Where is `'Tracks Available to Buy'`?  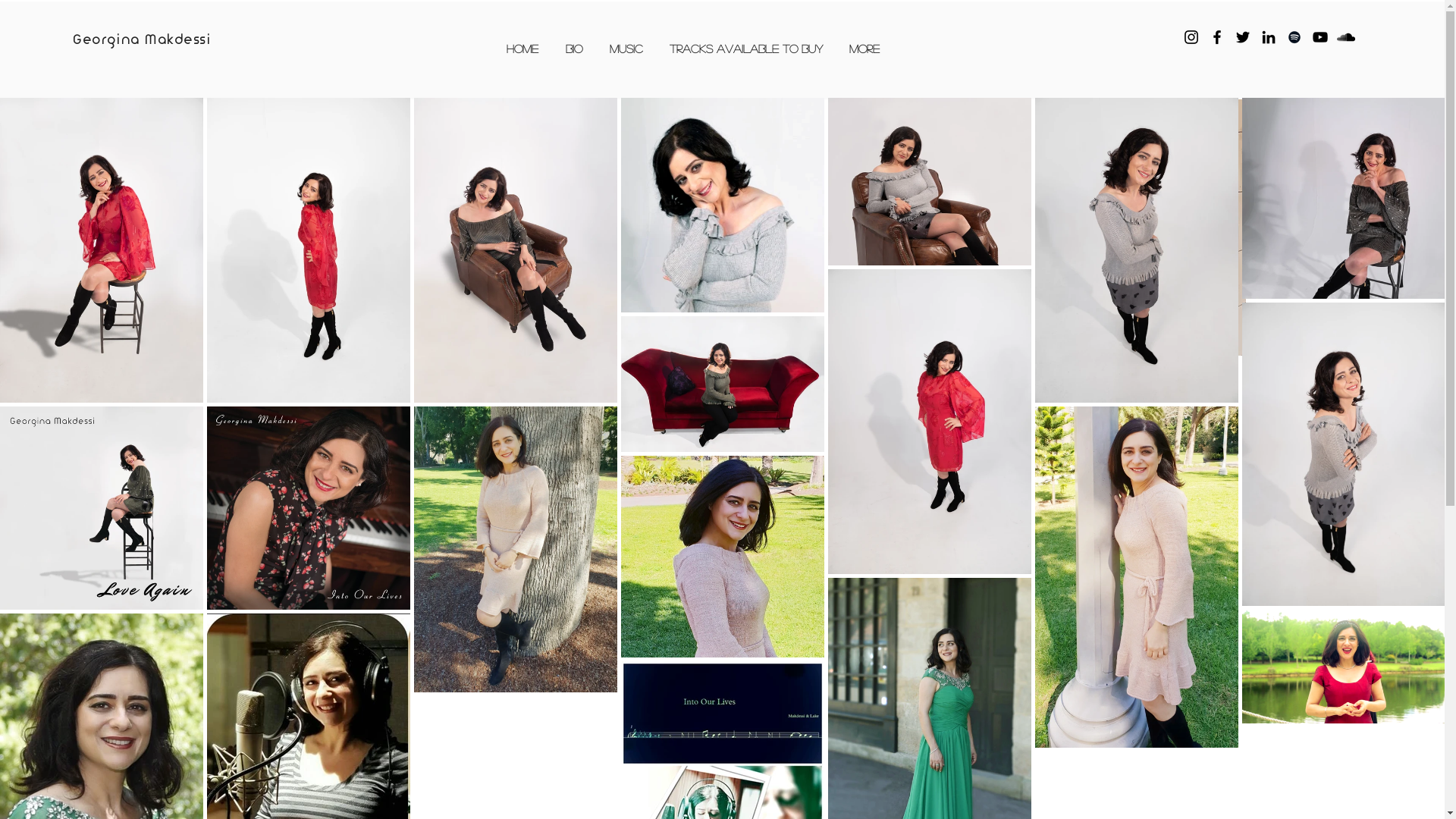 'Tracks Available to Buy' is located at coordinates (656, 47).